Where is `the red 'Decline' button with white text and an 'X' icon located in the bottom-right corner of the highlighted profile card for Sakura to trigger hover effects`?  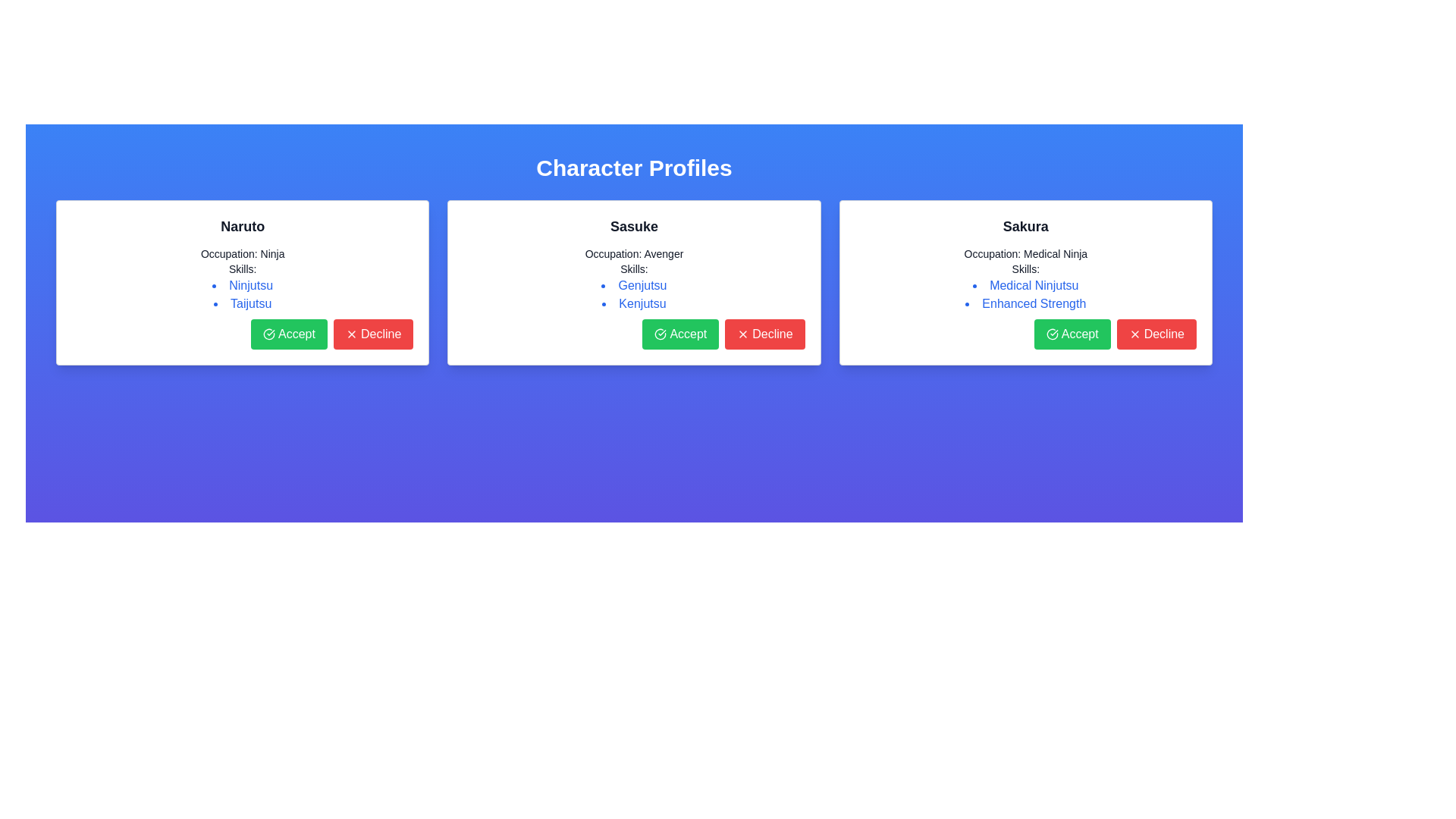
the red 'Decline' button with white text and an 'X' icon located in the bottom-right corner of the highlighted profile card for Sakura to trigger hover effects is located at coordinates (1156, 333).